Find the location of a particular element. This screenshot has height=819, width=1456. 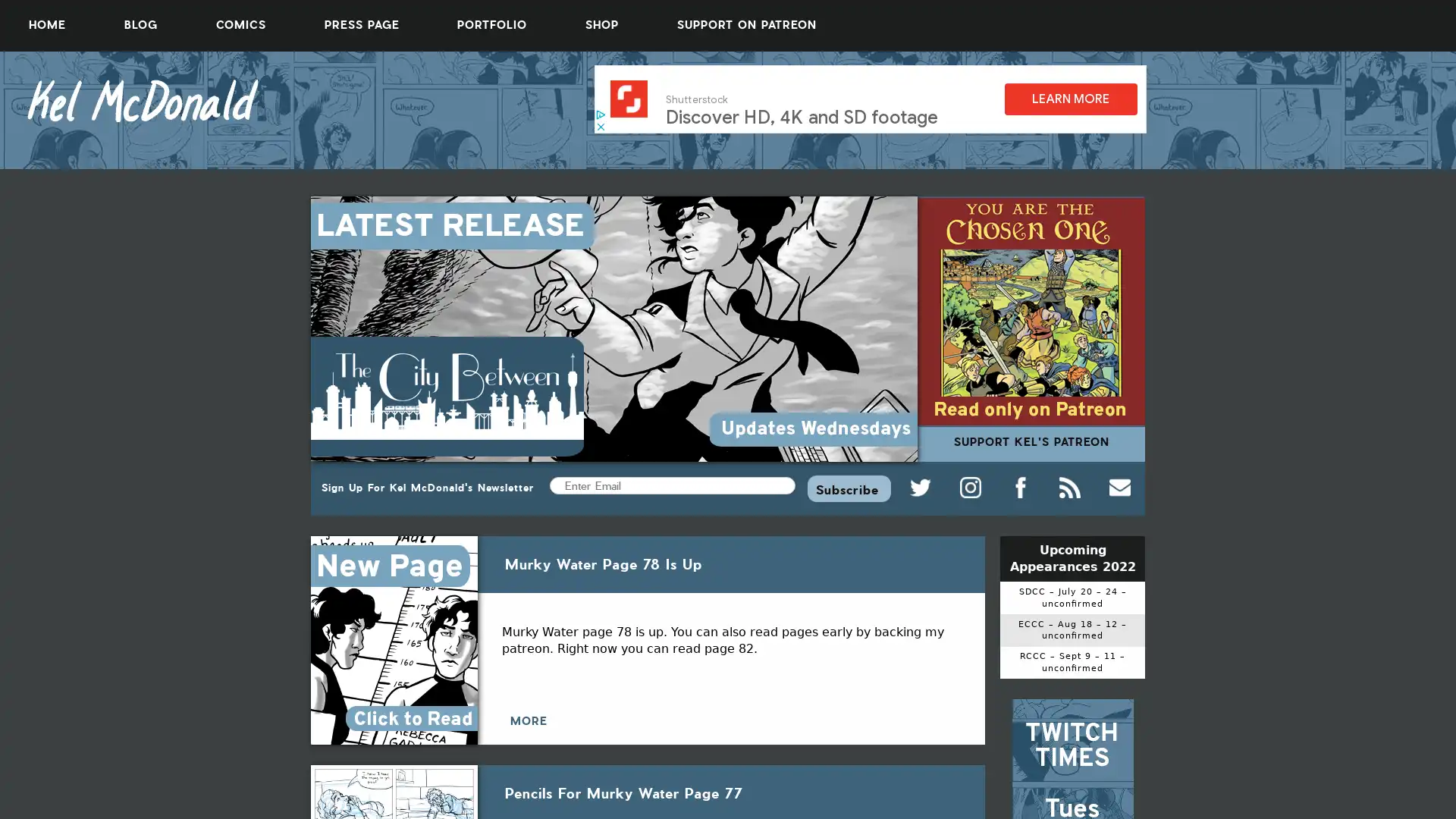

Subscribe is located at coordinates (848, 488).